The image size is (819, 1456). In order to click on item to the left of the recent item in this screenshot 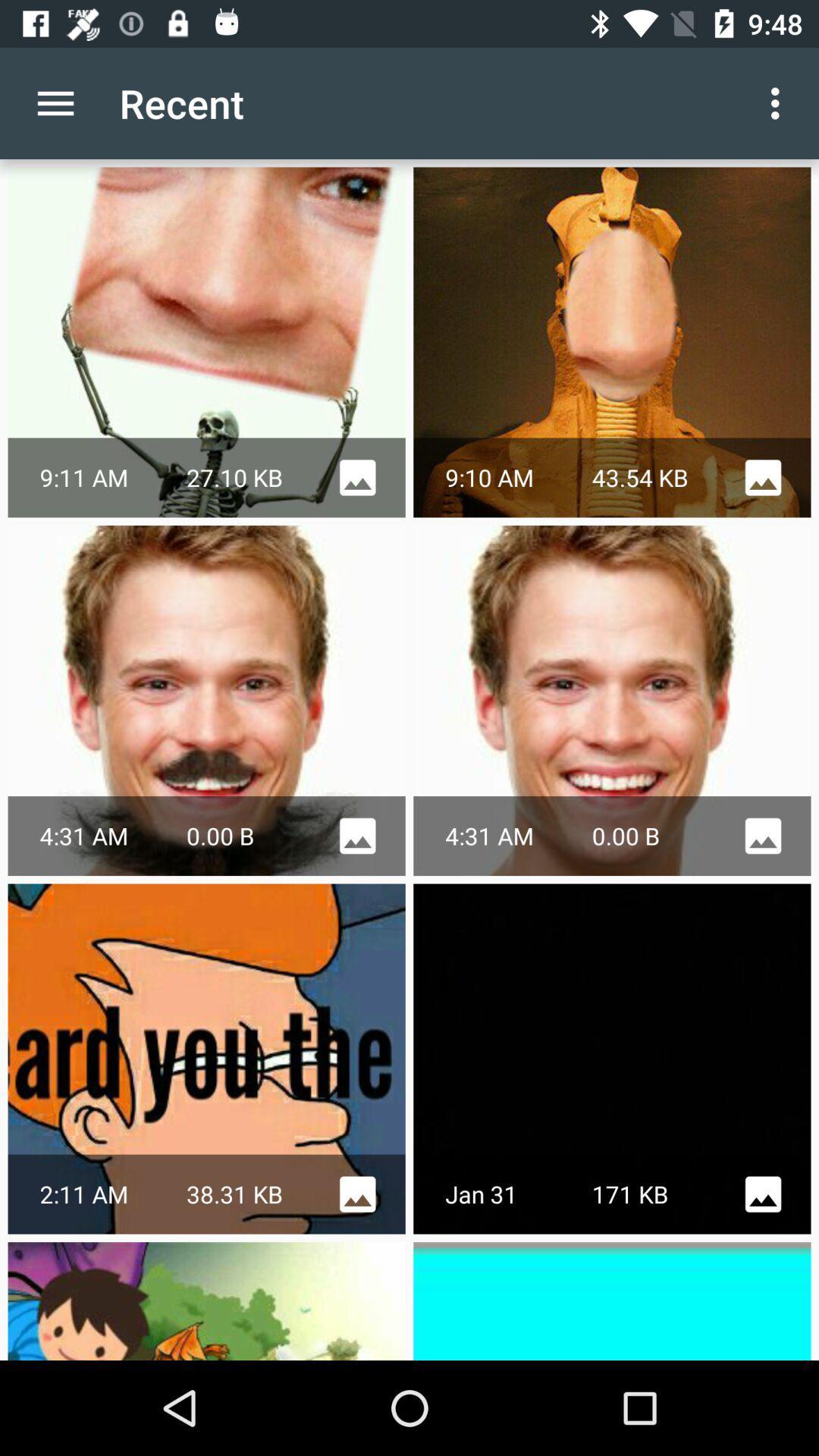, I will do `click(55, 102)`.